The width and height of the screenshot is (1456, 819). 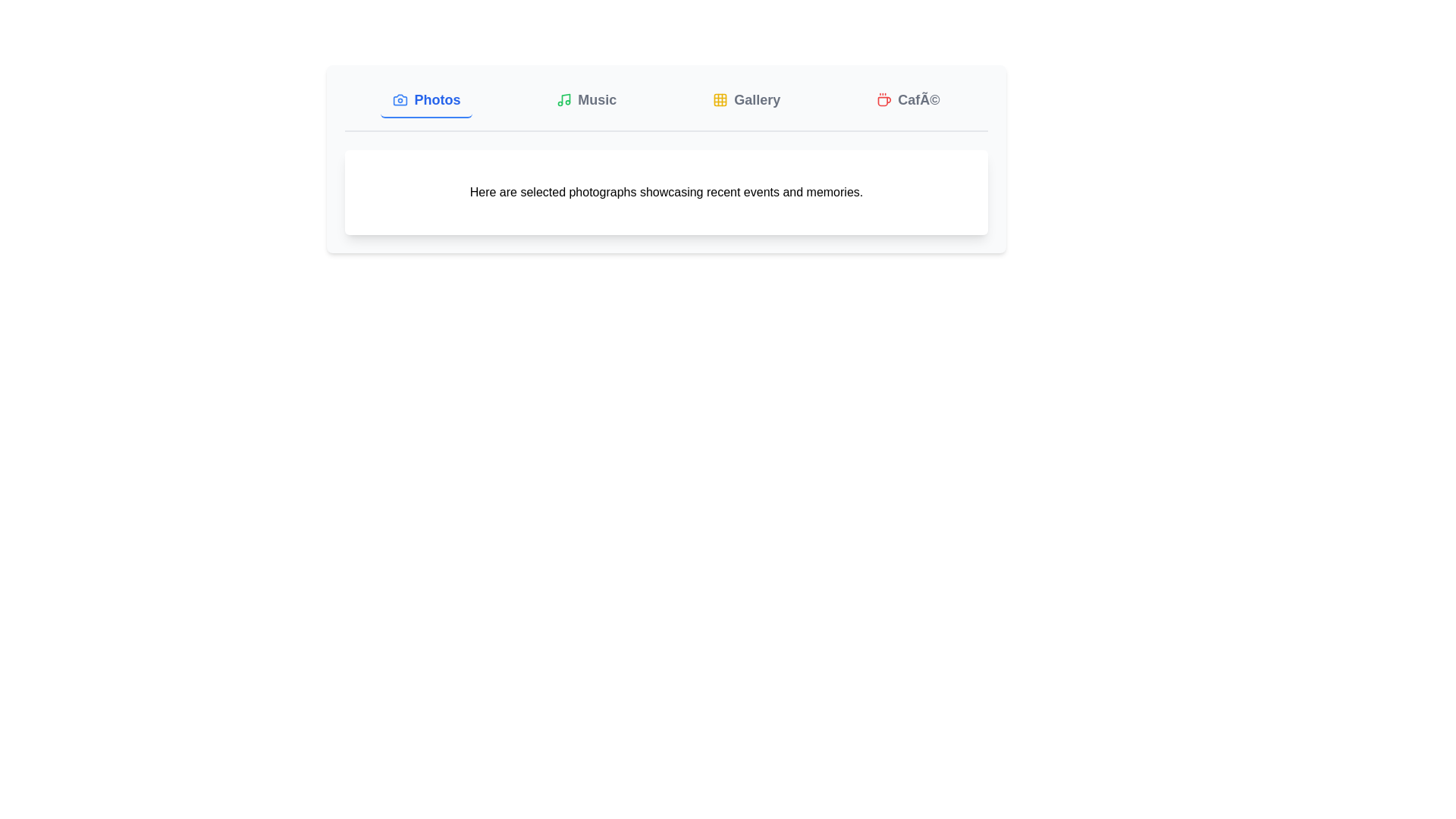 I want to click on the 'Photos' navigation button located at the top left of the navigation bar, so click(x=425, y=100).